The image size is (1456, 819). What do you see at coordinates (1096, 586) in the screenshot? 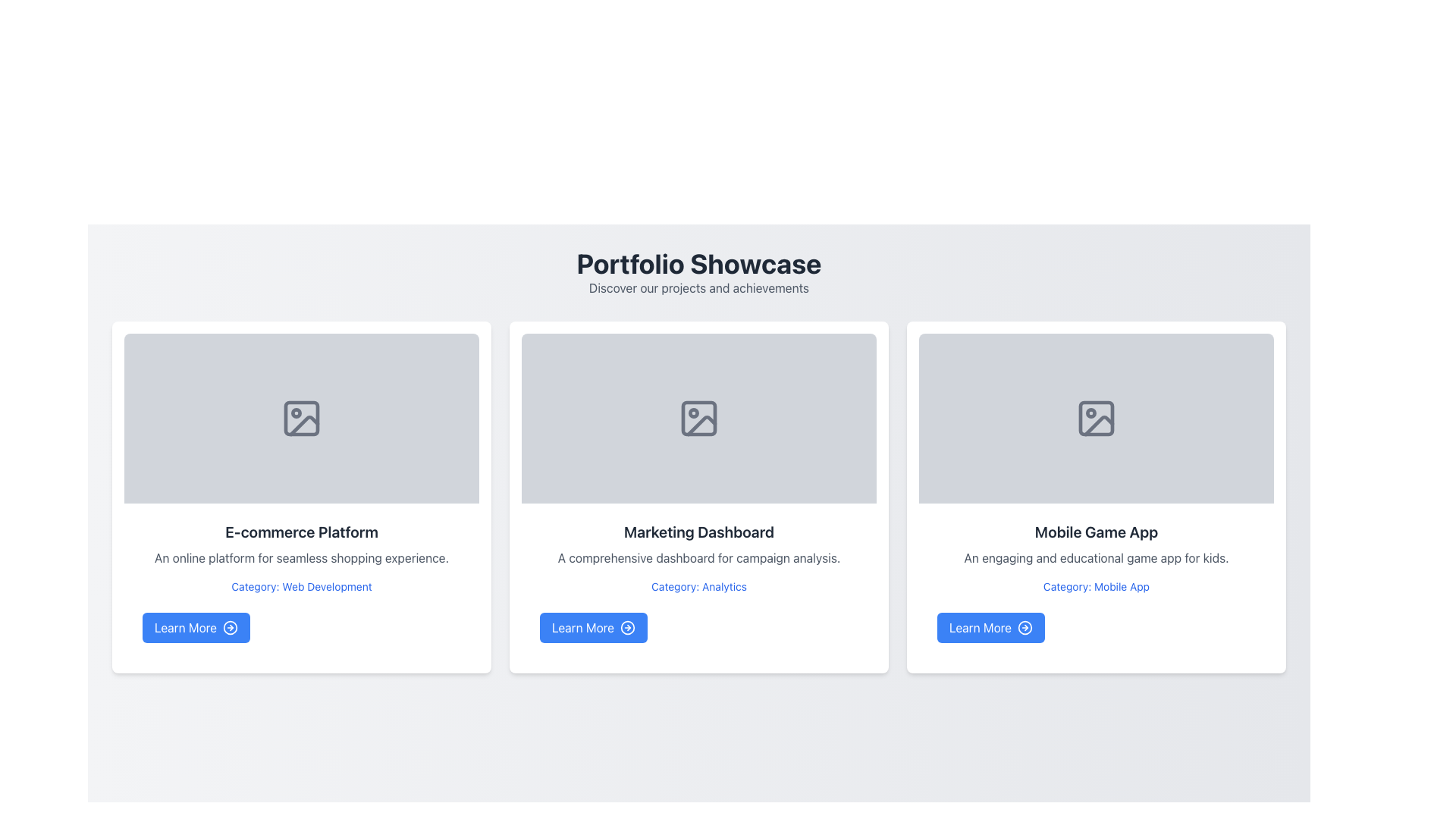
I see `the Text Label element that reads 'Category: Mobile App', which is styled with a small font size and blue color, located in the third column of the layout above the 'Learn More' button` at bounding box center [1096, 586].